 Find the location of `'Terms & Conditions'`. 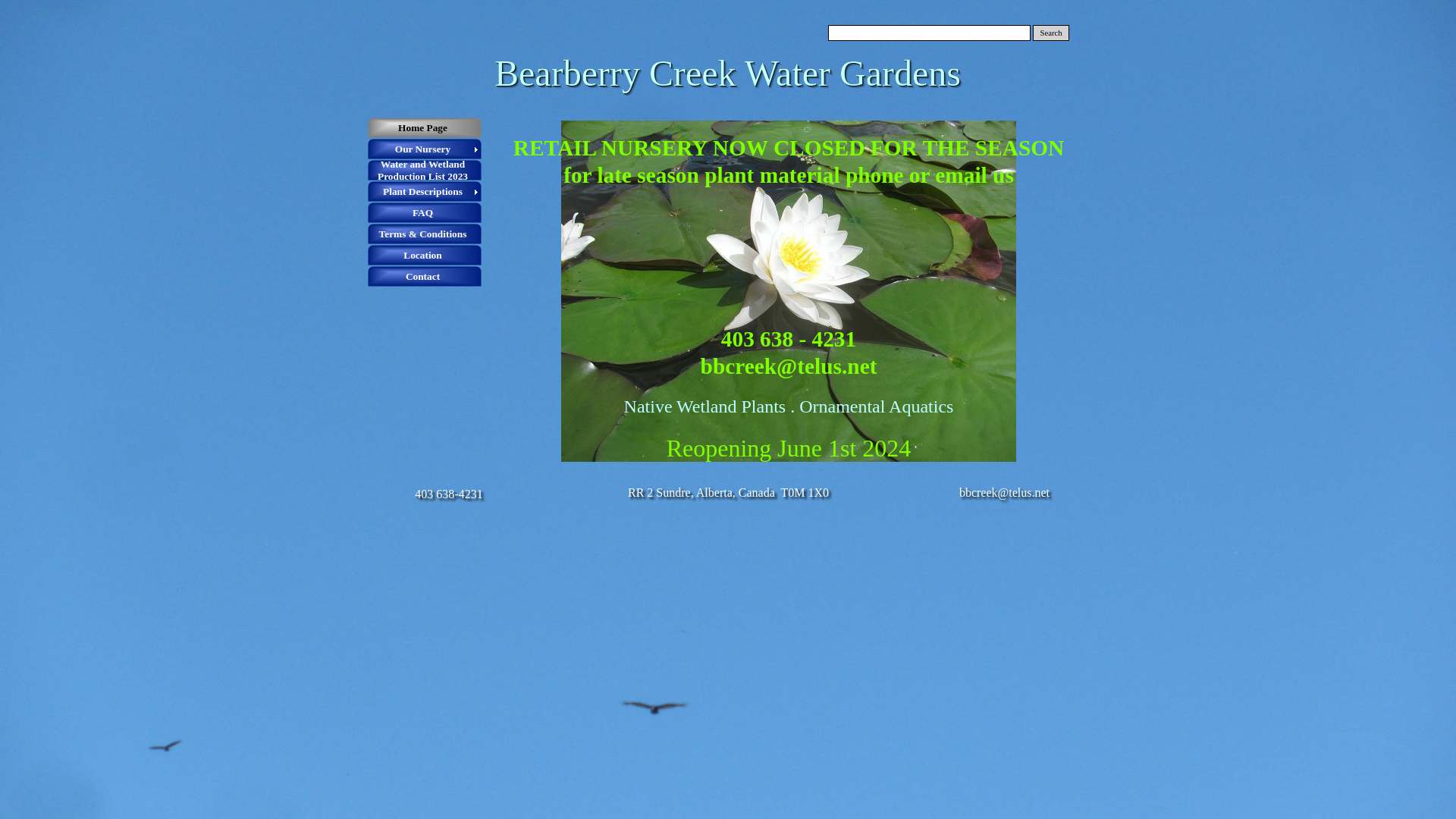

'Terms & Conditions' is located at coordinates (425, 234).